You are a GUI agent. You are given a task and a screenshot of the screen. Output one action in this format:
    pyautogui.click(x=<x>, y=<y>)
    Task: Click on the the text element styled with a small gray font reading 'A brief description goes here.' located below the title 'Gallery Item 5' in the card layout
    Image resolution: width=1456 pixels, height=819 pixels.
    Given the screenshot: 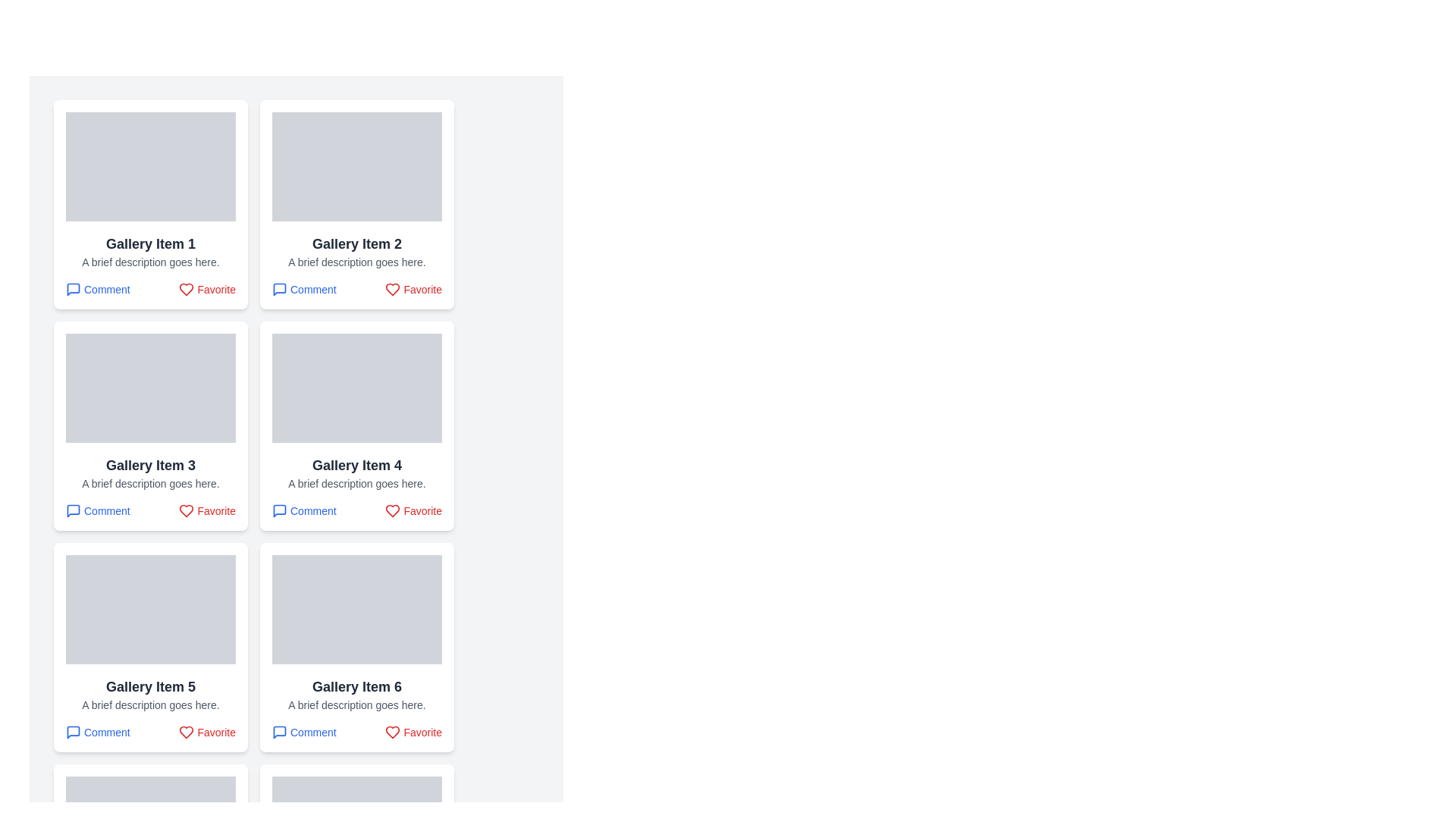 What is the action you would take?
    pyautogui.click(x=150, y=704)
    